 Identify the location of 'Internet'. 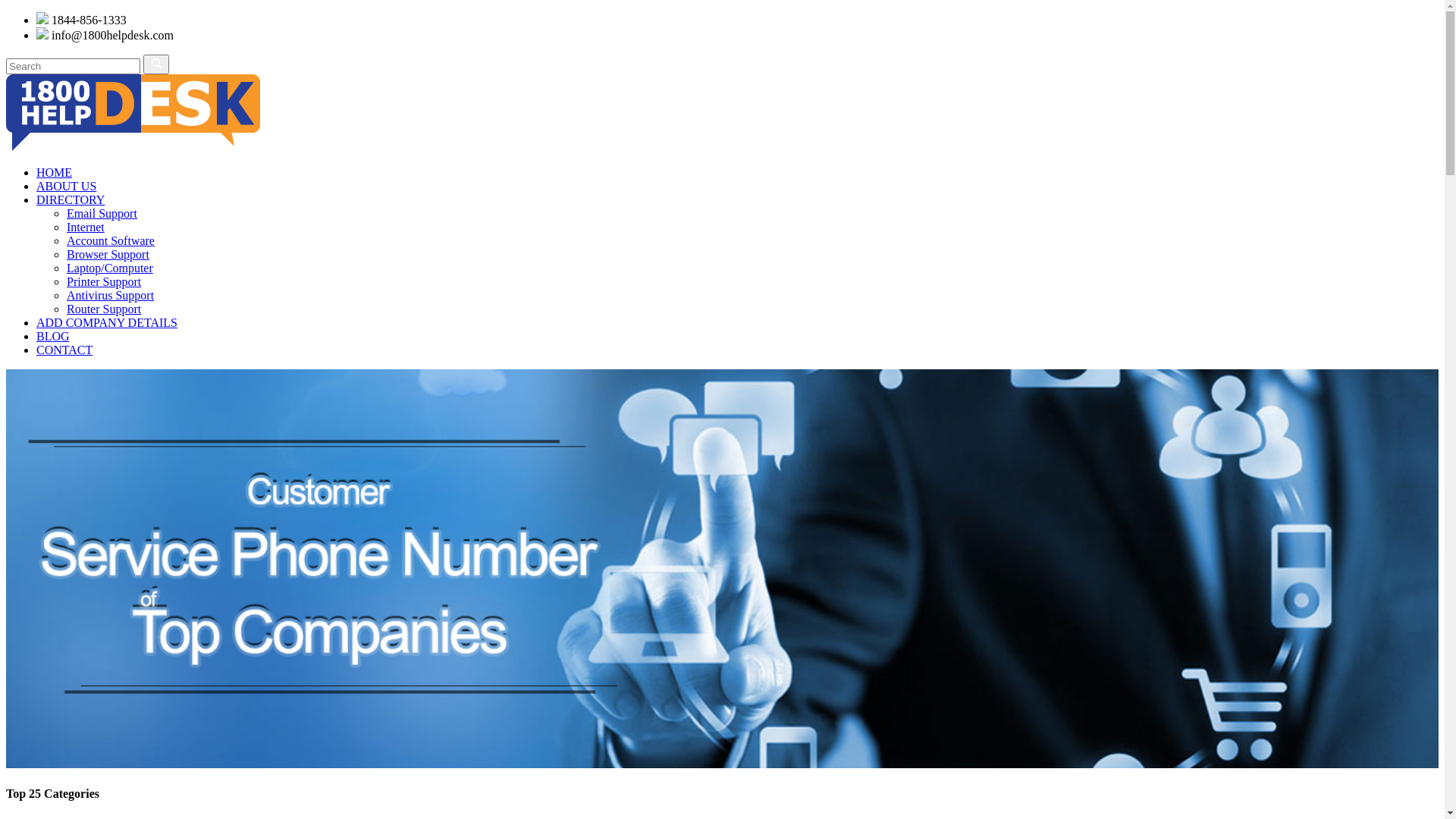
(65, 227).